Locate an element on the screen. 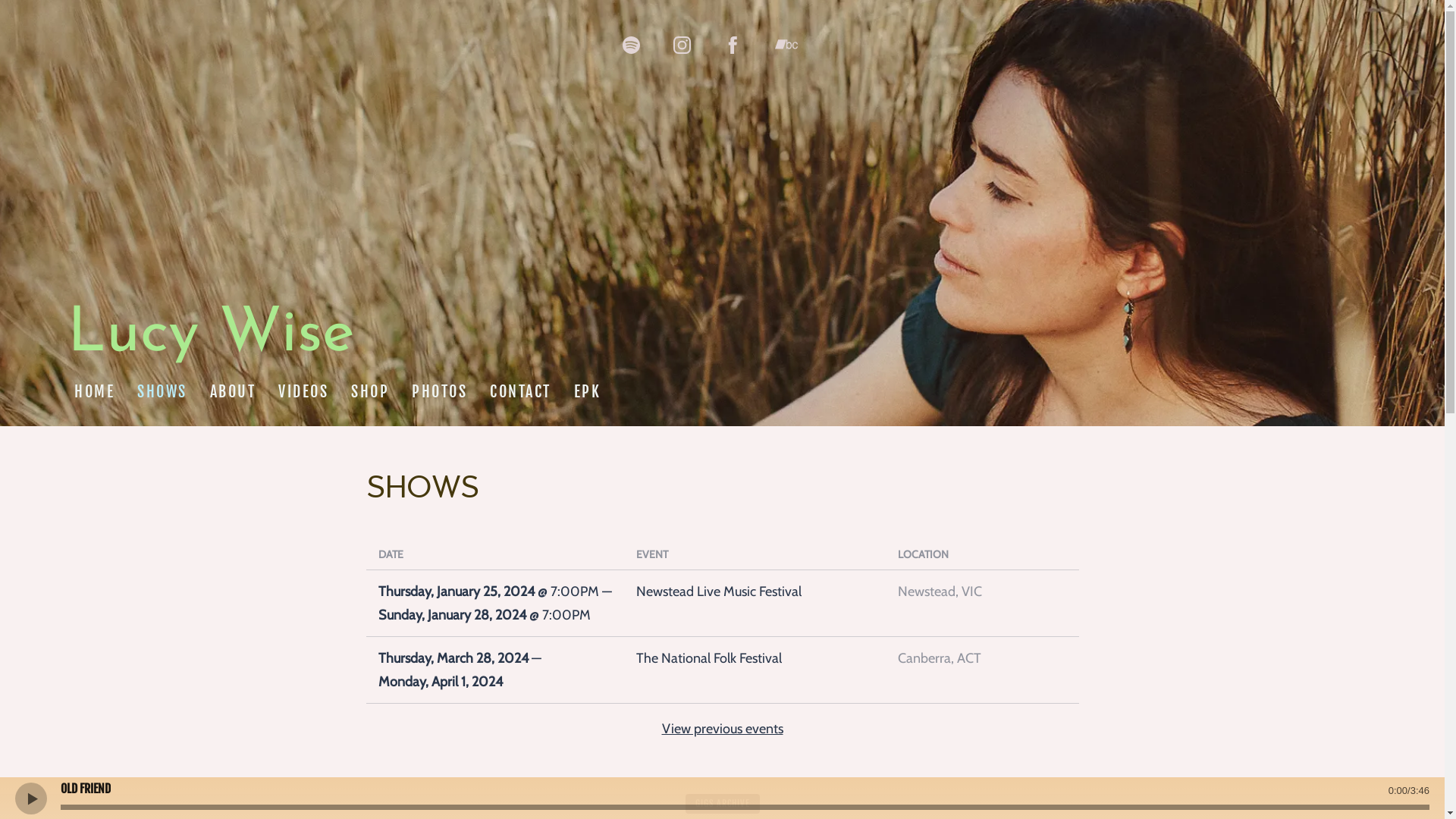  'Canberra, ACT' is located at coordinates (982, 657).